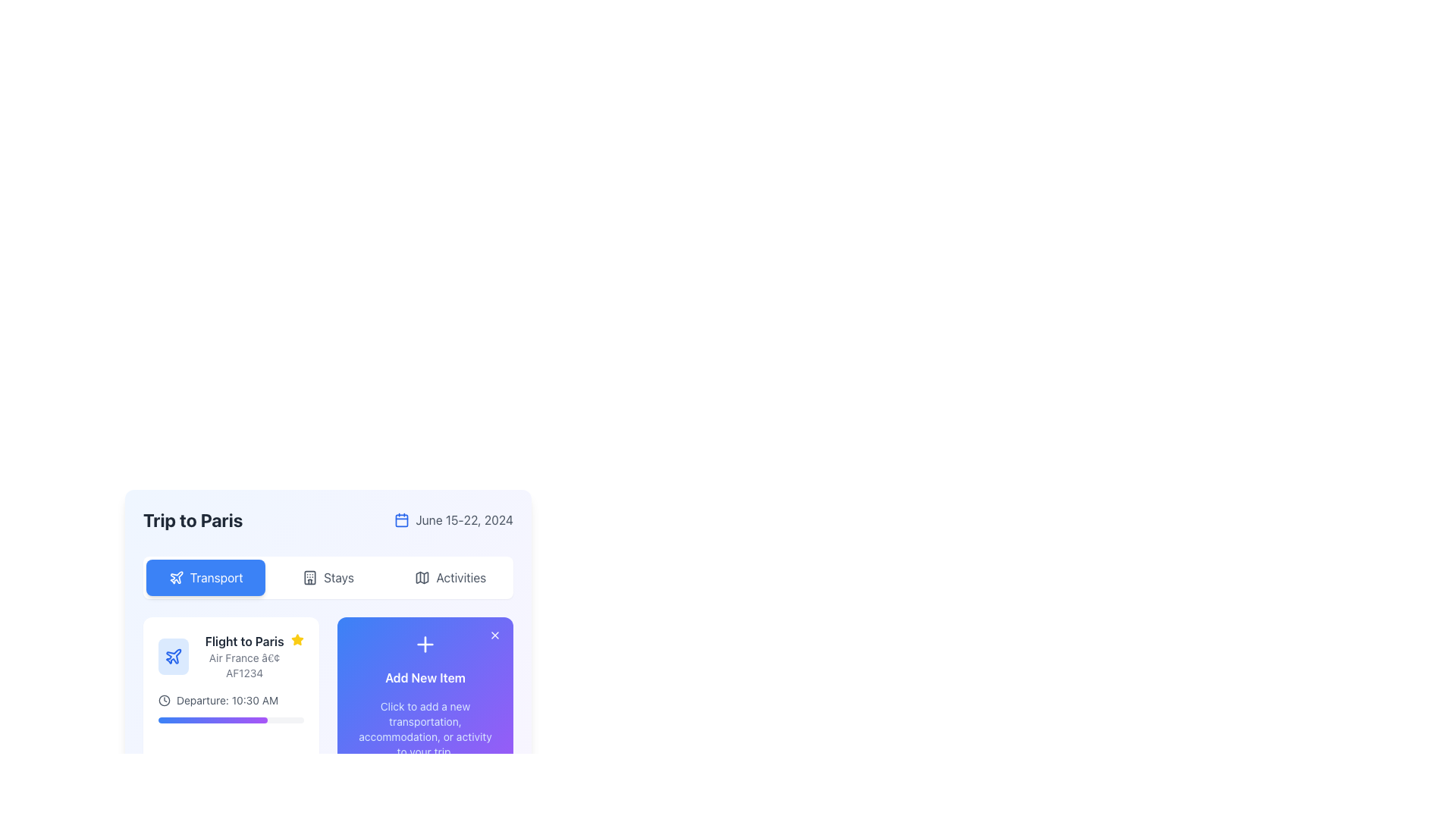  I want to click on the 'Stays' label in the navigation bar, so click(337, 578).